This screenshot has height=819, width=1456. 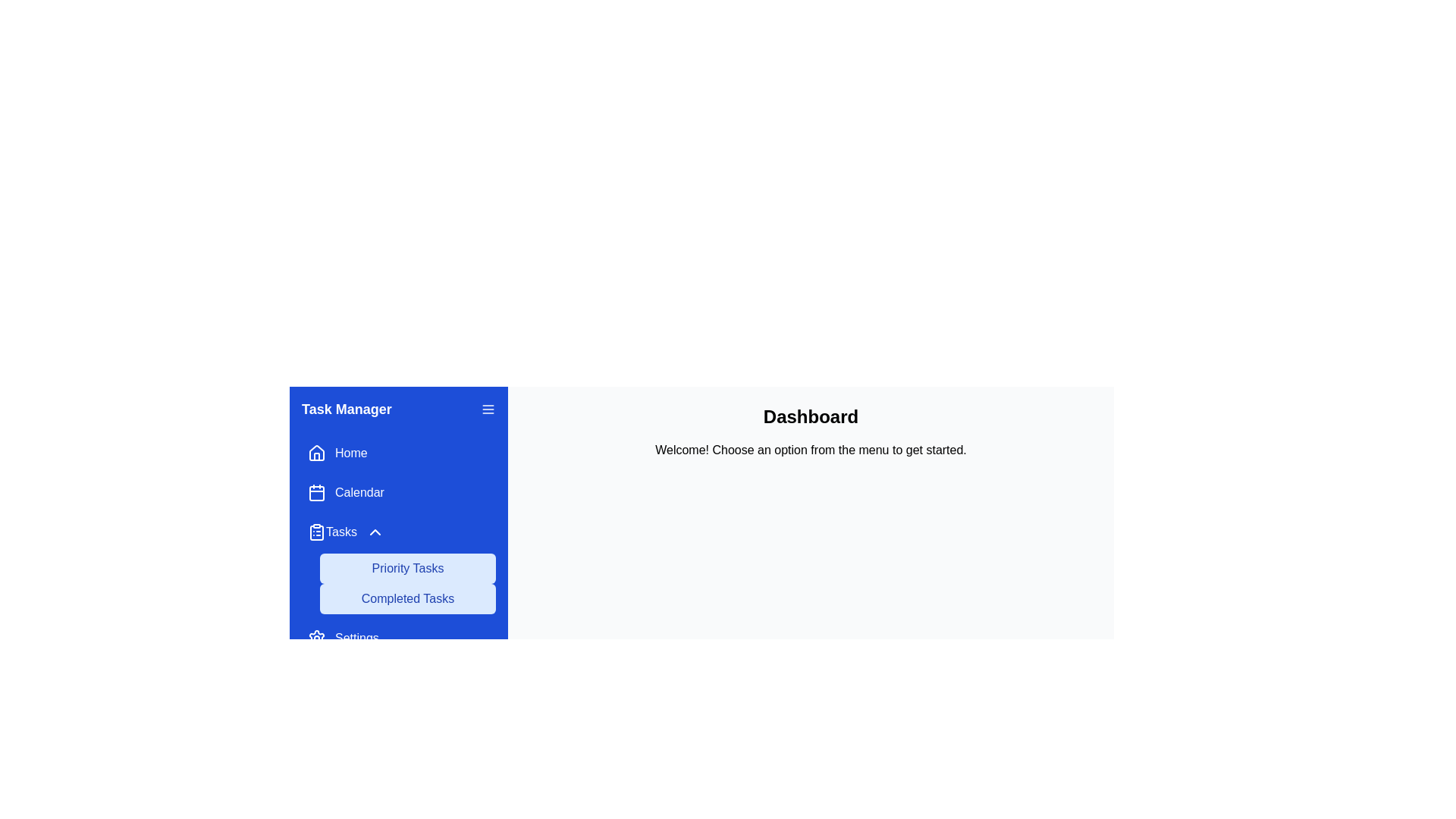 What do you see at coordinates (407, 568) in the screenshot?
I see `the 'Priority Tasks' button with a light blue background and blue text in the sidebar menu` at bounding box center [407, 568].